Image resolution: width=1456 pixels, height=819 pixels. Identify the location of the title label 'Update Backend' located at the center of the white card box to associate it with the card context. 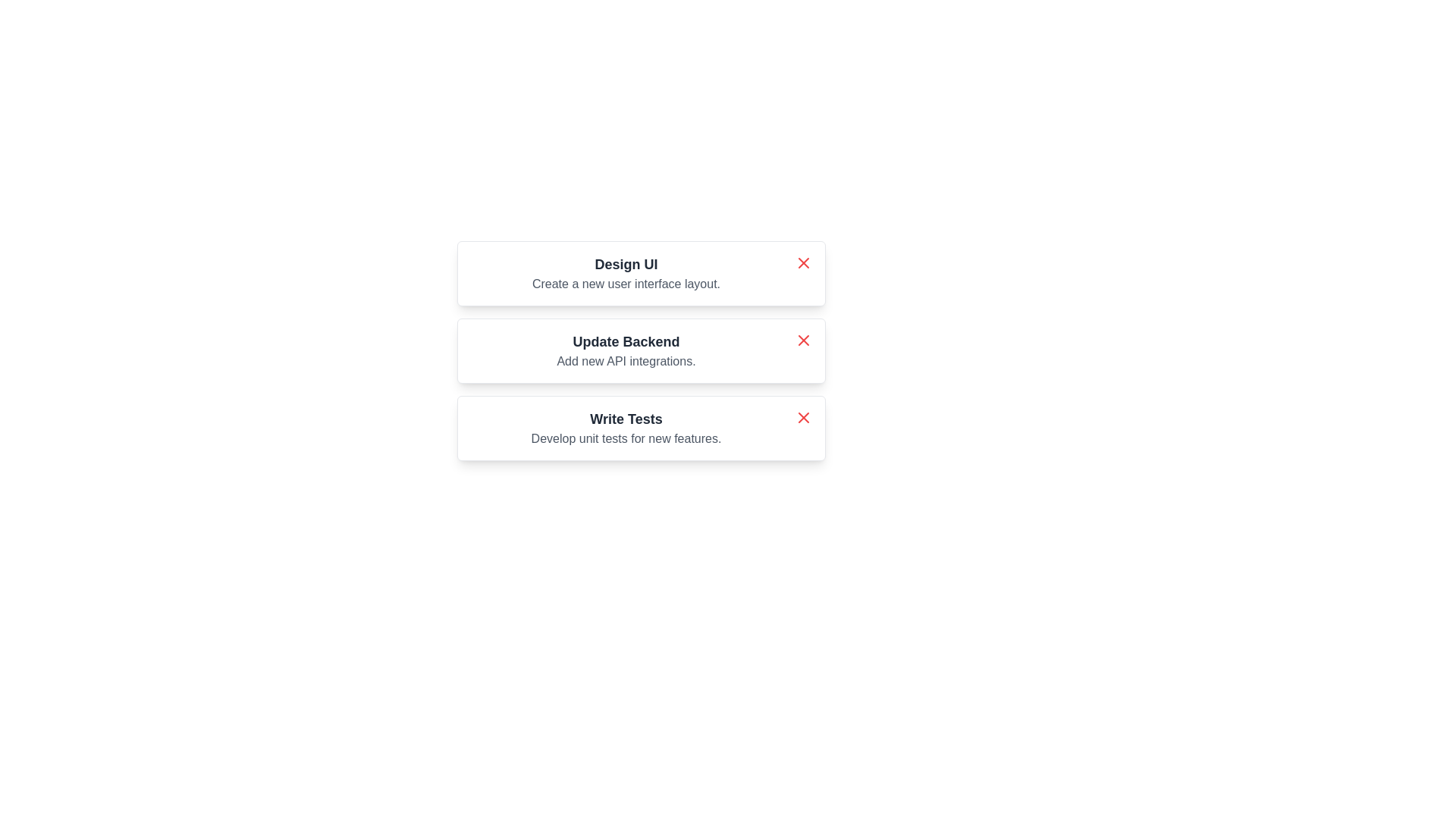
(626, 342).